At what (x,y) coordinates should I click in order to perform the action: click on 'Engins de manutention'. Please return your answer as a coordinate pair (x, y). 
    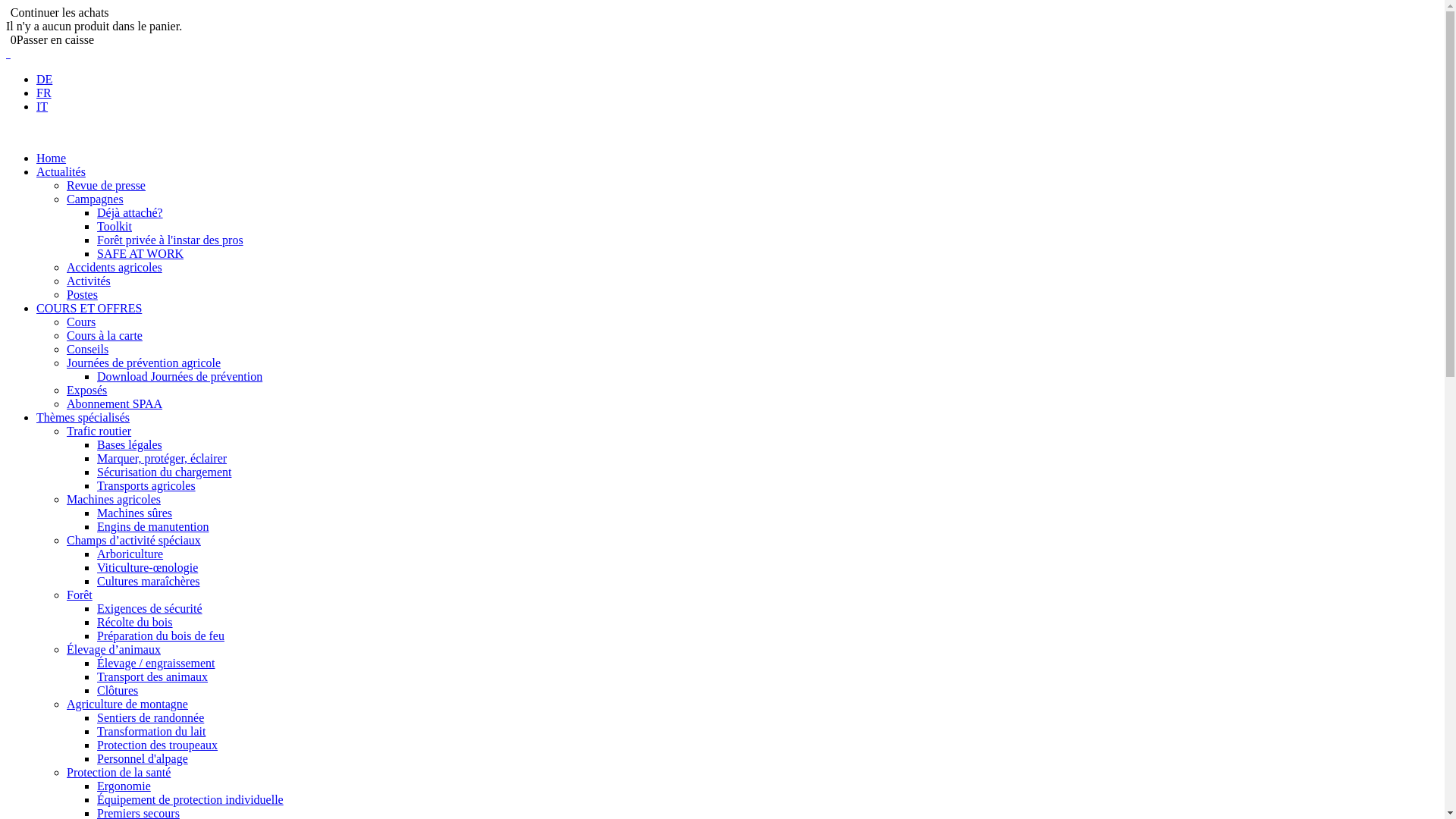
    Looking at the image, I should click on (152, 526).